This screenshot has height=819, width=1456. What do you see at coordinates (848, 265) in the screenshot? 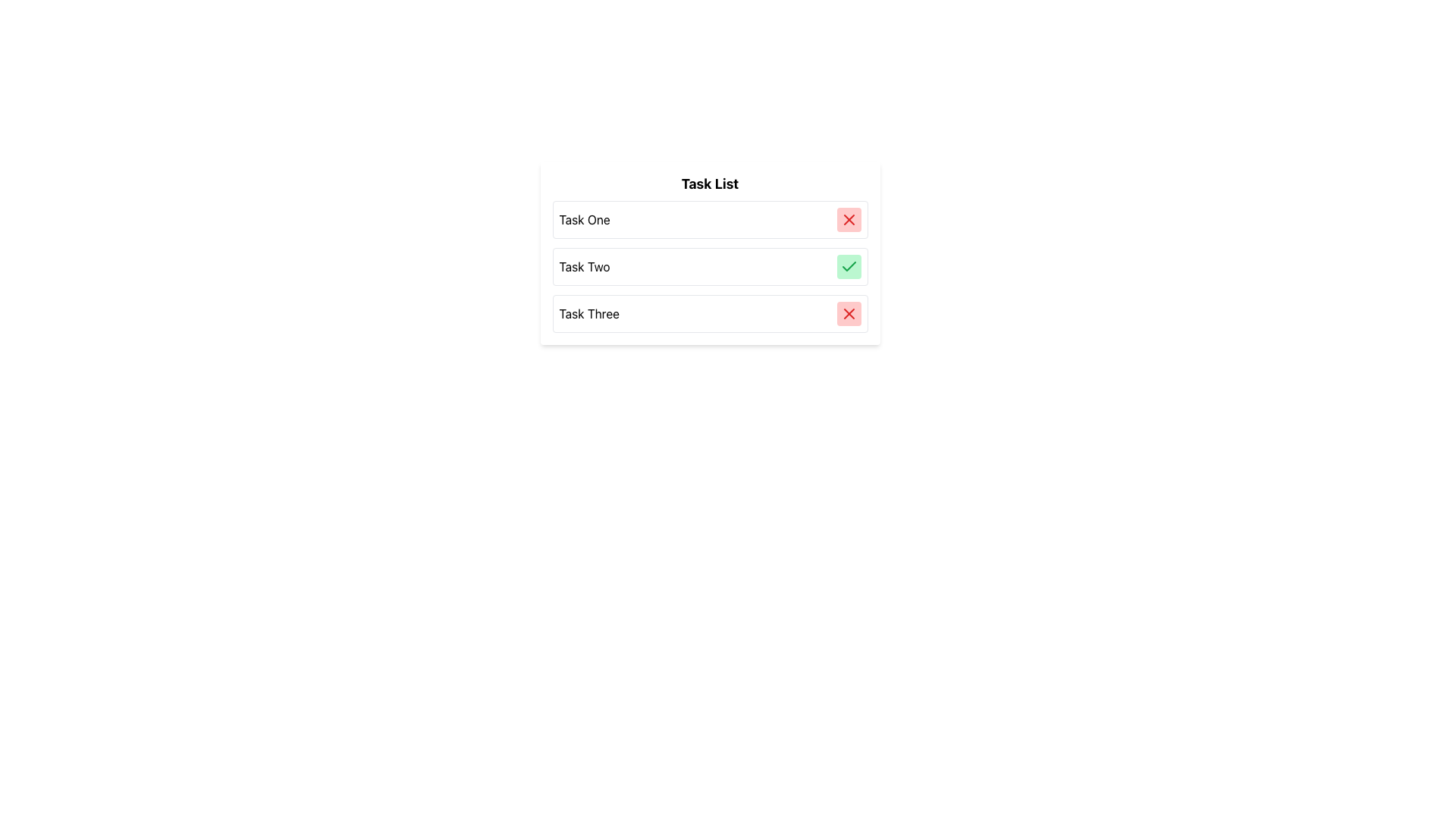
I see `the green checkmark button in the 'Task Two' row to mark the task as completed` at bounding box center [848, 265].